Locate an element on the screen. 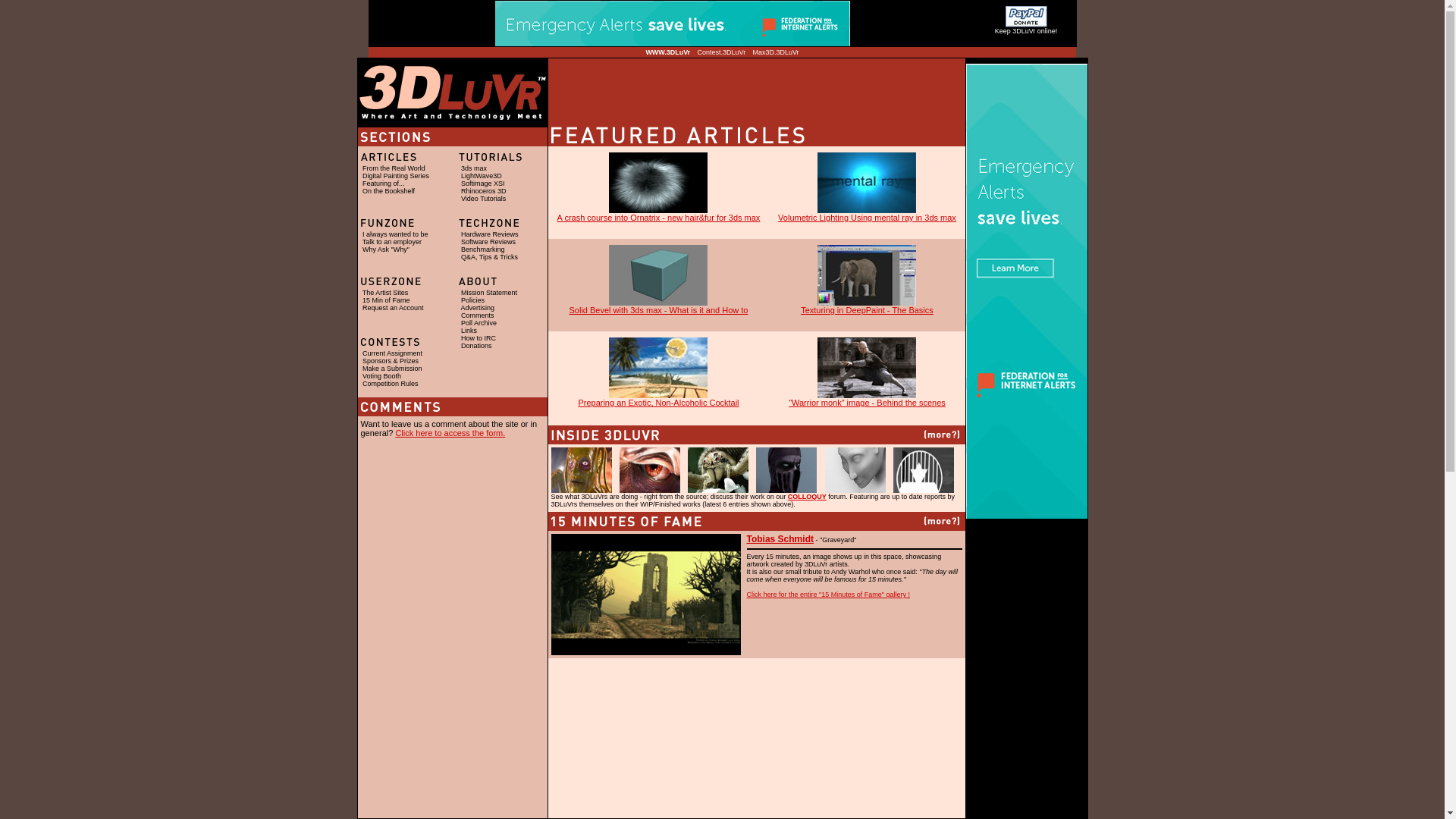  'Mission Statement' is located at coordinates (488, 292).